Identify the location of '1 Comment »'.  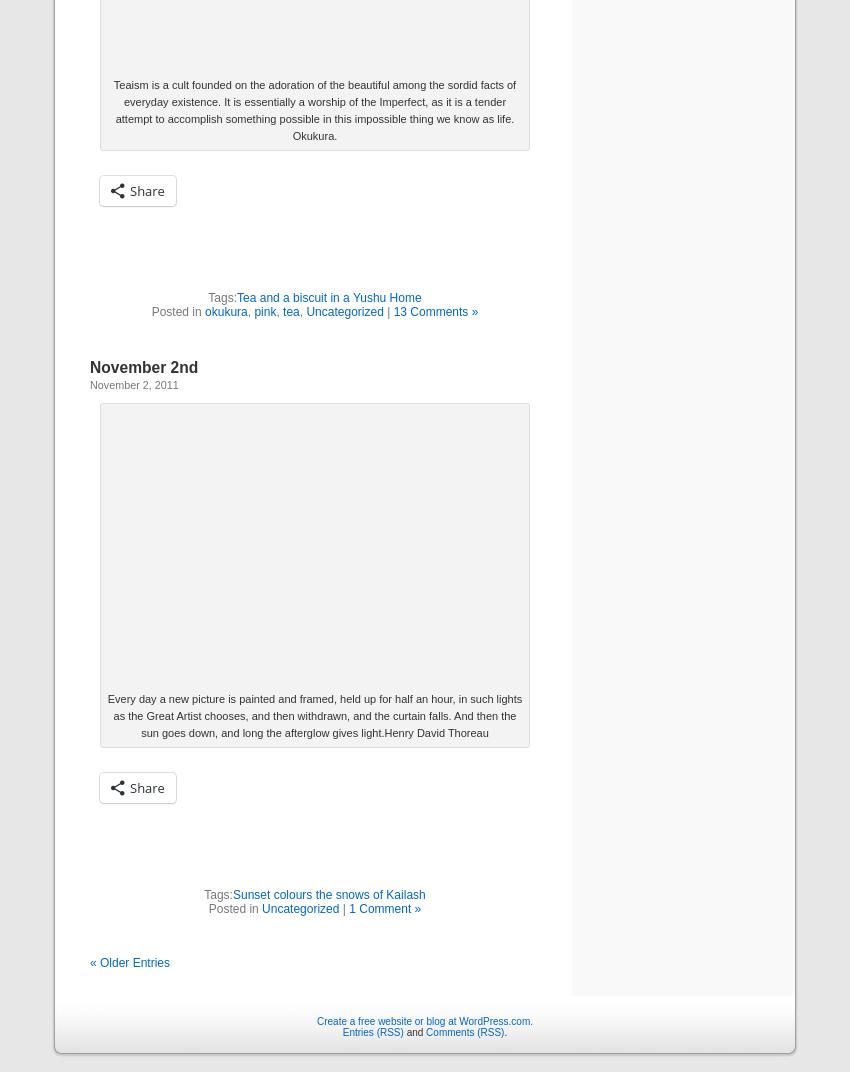
(348, 907).